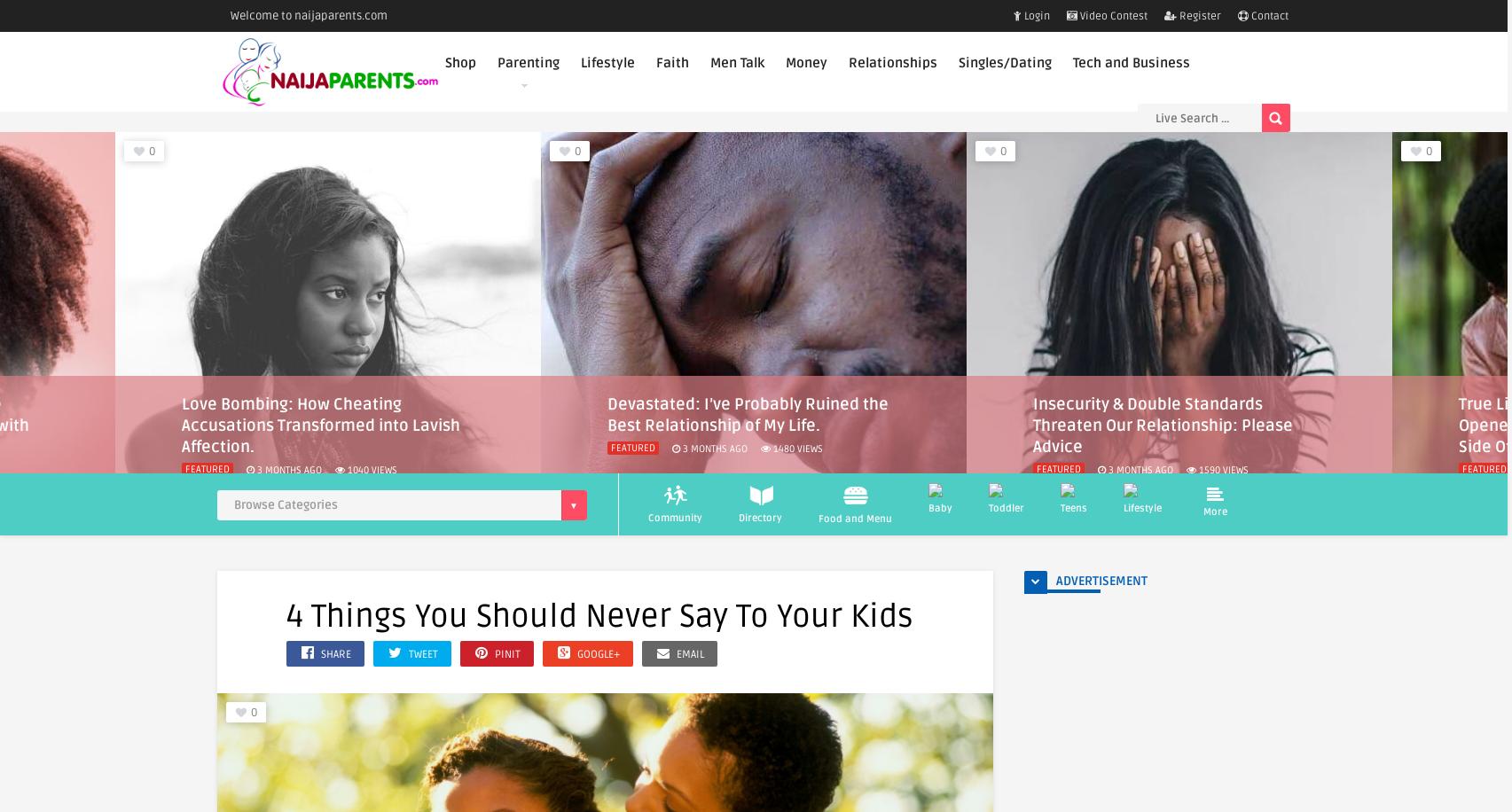 This screenshot has width=1512, height=812. I want to click on 'Devastated: I’ve Probably Ruined the Best Relationship of My Life.', so click(321, 414).